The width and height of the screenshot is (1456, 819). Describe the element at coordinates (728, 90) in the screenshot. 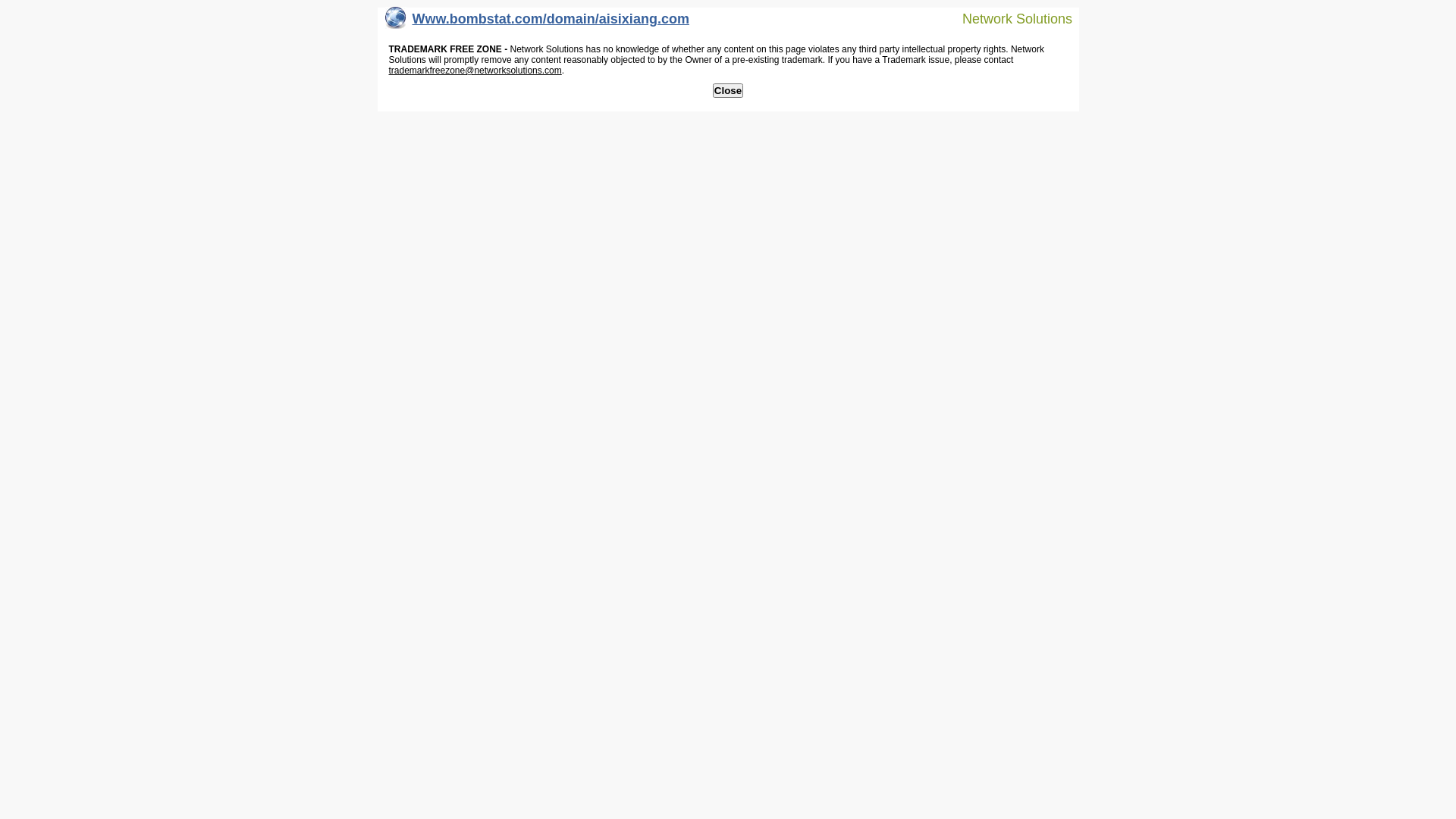

I see `'Close'` at that location.